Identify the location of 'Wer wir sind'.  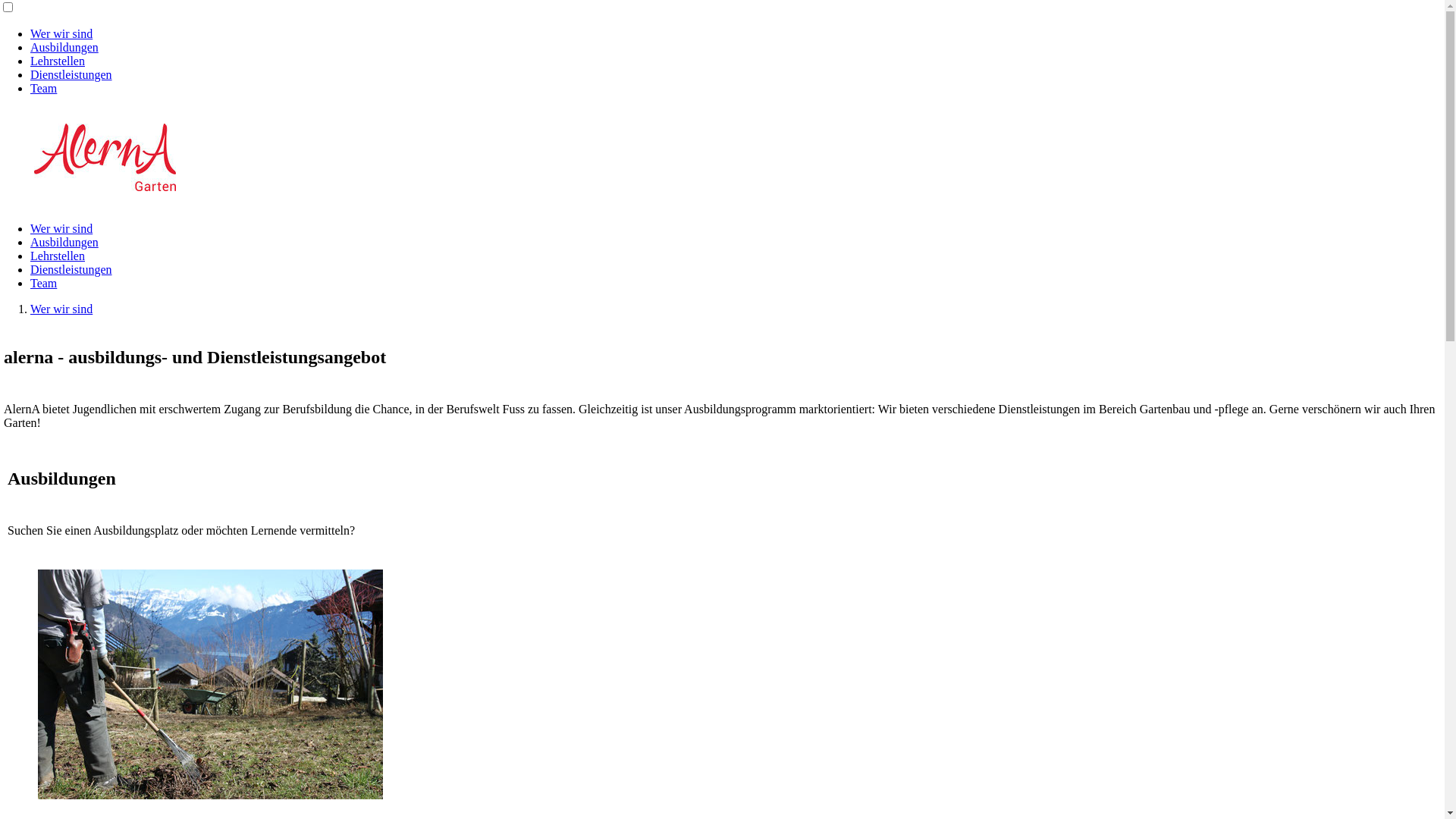
(61, 308).